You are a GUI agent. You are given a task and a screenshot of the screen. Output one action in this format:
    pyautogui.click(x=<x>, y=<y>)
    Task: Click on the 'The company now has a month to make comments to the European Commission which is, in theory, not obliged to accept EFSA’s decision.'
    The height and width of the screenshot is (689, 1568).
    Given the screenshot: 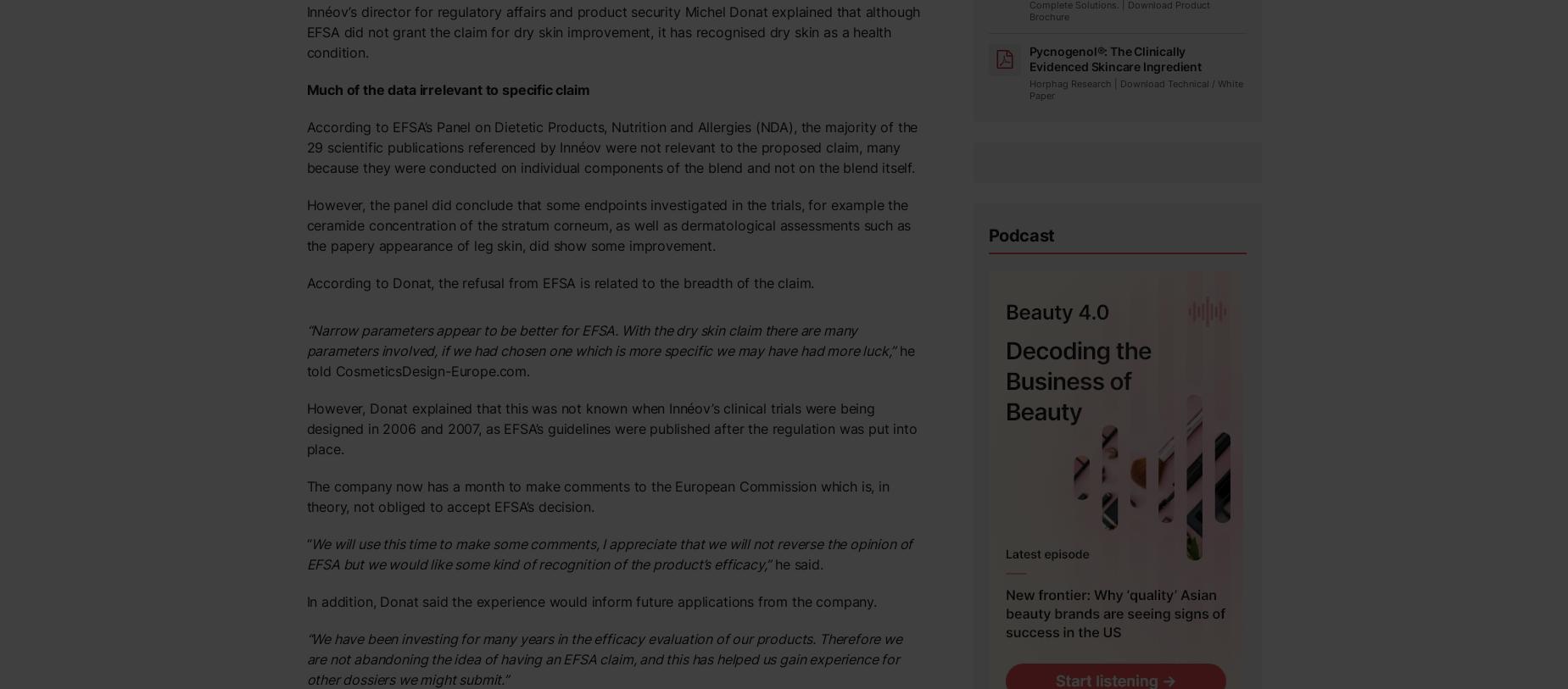 What is the action you would take?
    pyautogui.click(x=304, y=497)
    